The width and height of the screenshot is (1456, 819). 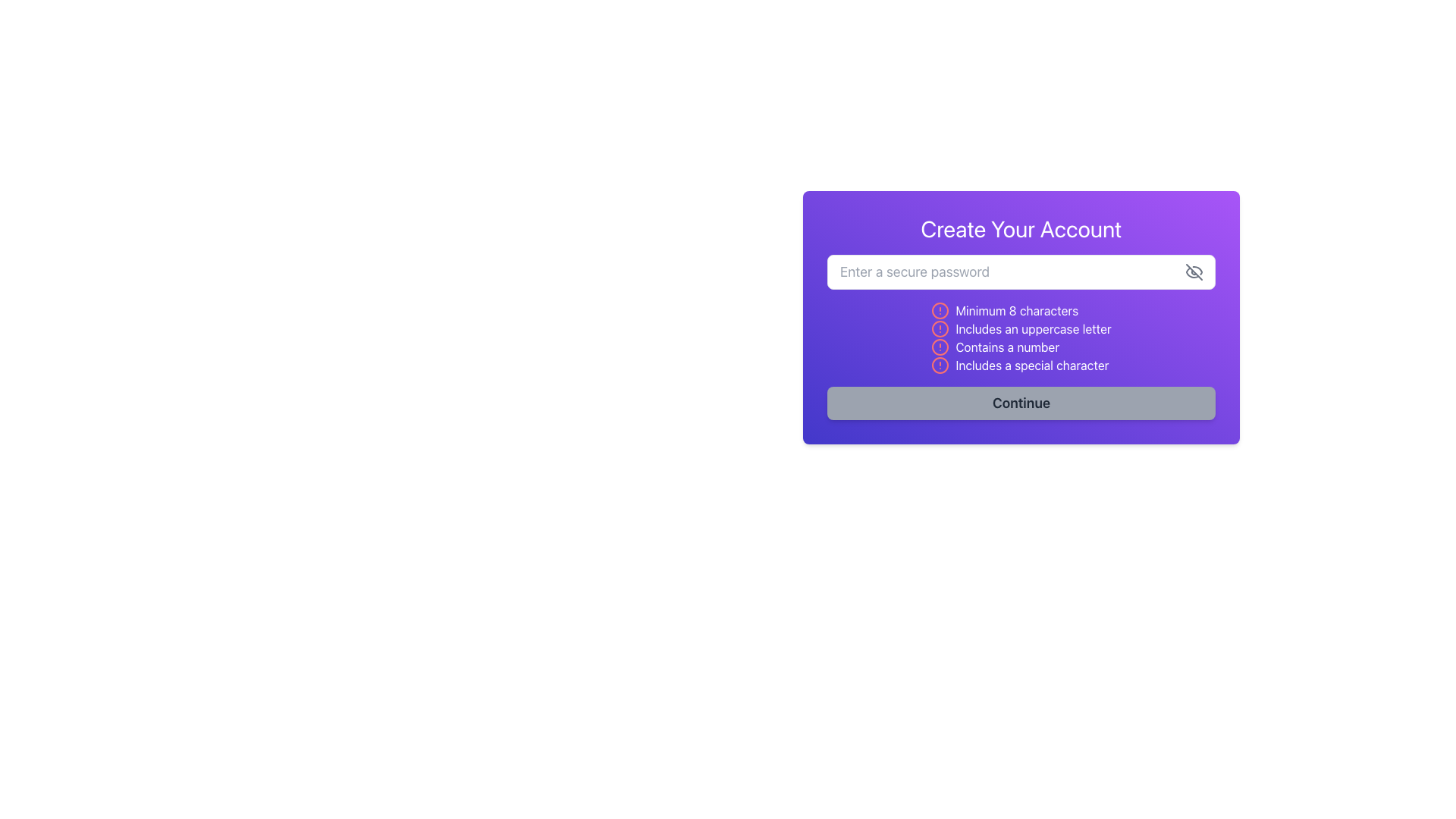 I want to click on the prominently styled 'Continue' button with bold dark gray text on a light gray background, located at the bottom of a purple card, so click(x=1021, y=403).